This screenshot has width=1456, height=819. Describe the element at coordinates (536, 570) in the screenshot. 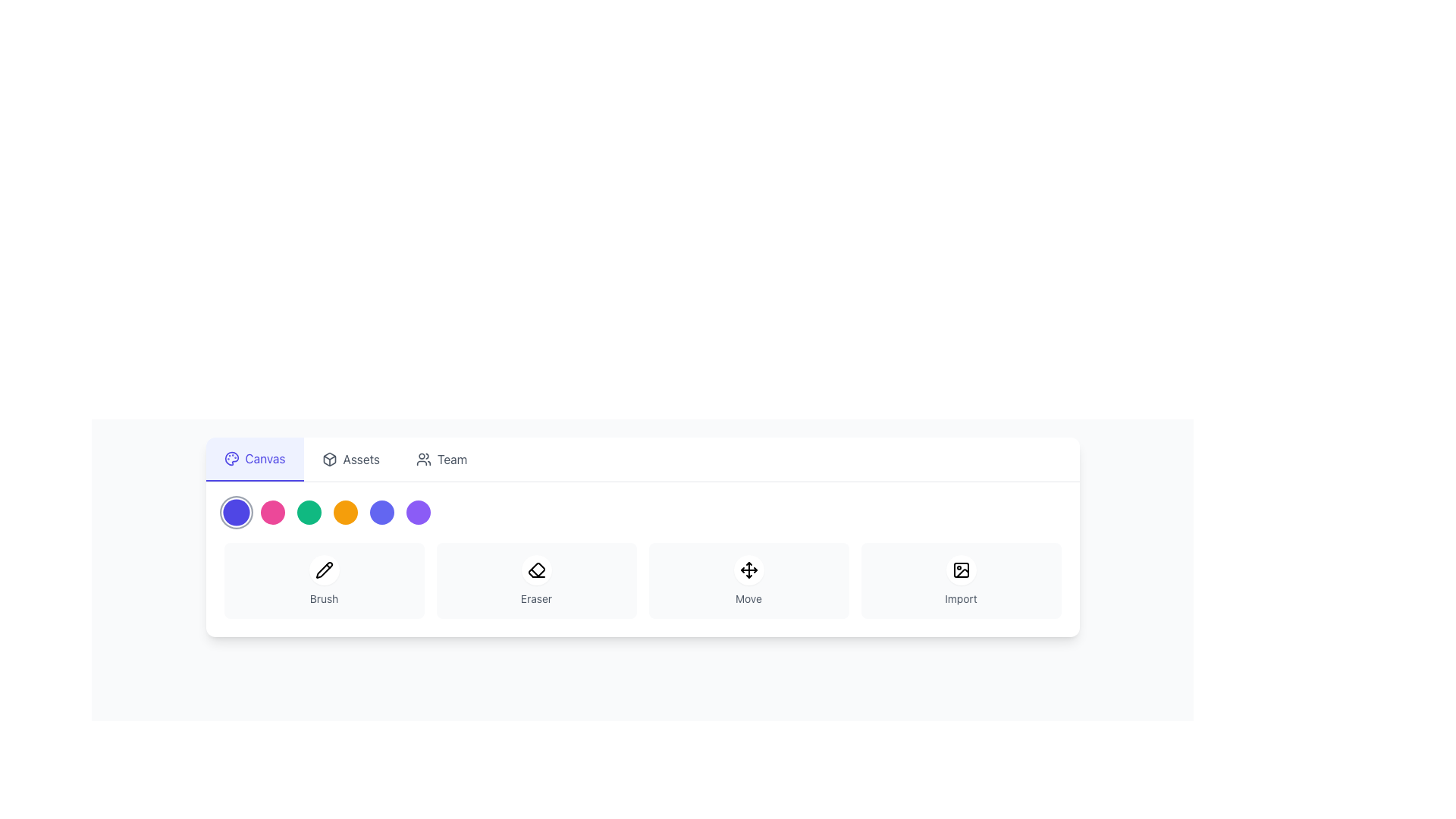

I see `the eraser icon button located in the middle of the toolbar grid` at that location.